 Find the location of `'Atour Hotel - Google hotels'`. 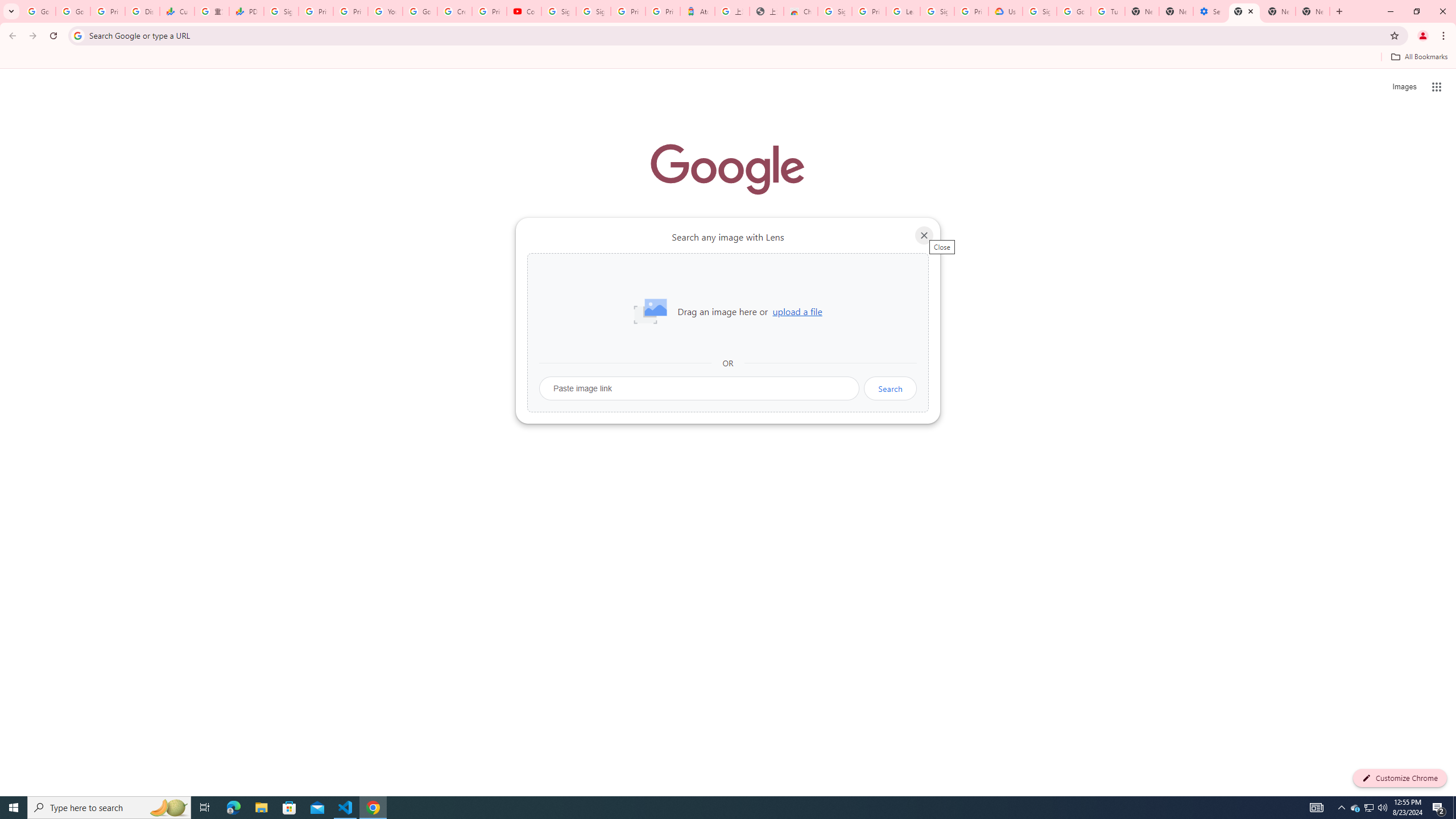

'Atour Hotel - Google hotels' is located at coordinates (698, 11).